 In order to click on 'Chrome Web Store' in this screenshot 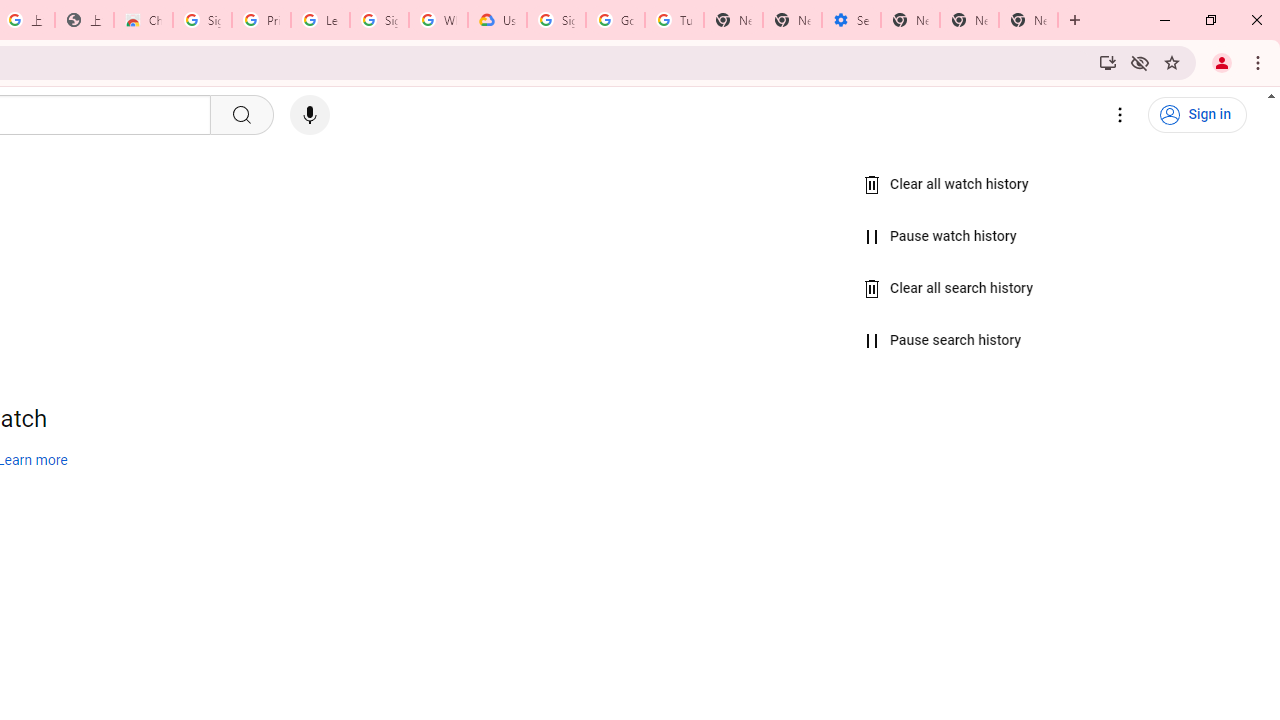, I will do `click(142, 20)`.